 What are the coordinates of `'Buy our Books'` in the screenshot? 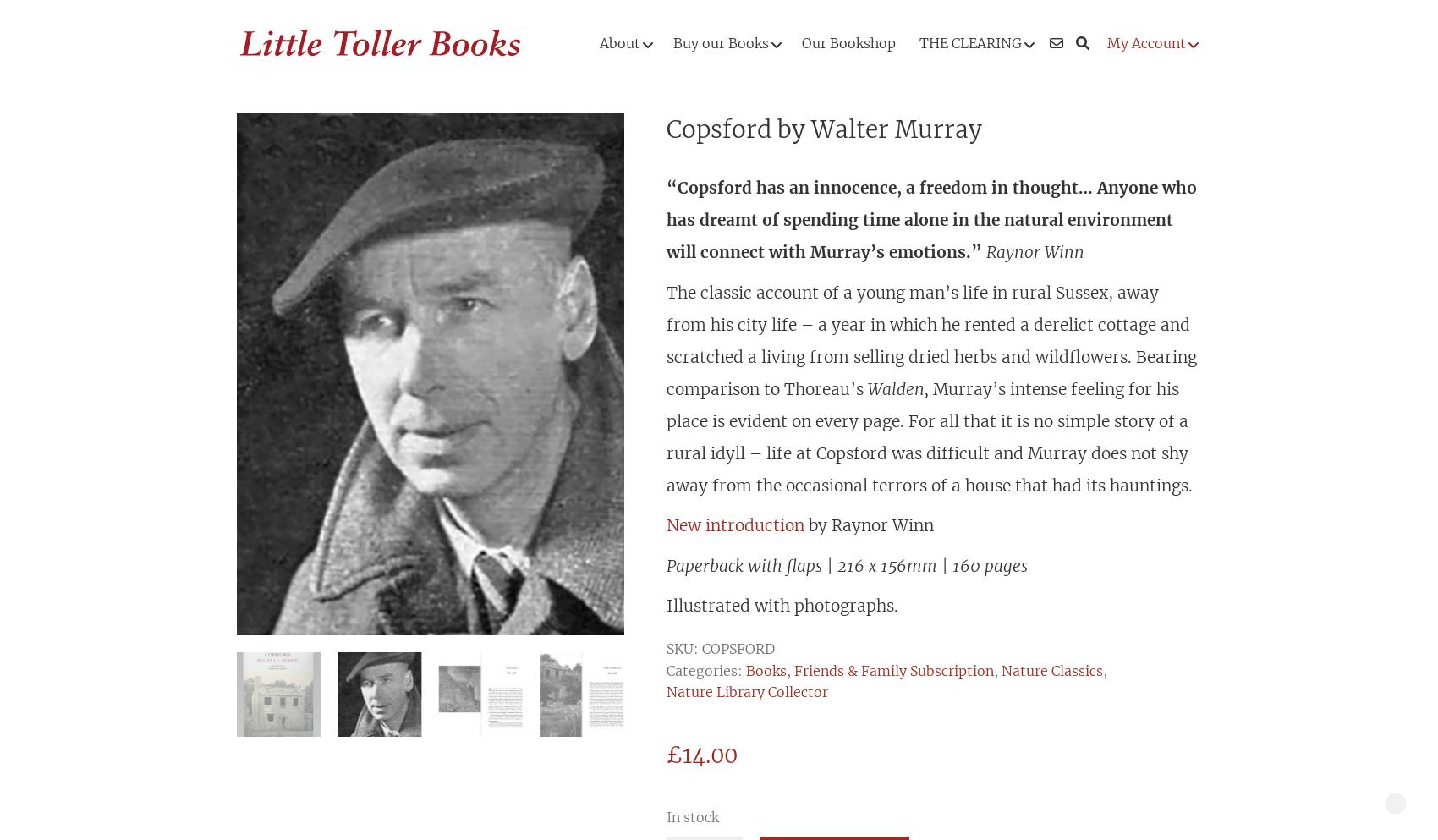 It's located at (721, 43).